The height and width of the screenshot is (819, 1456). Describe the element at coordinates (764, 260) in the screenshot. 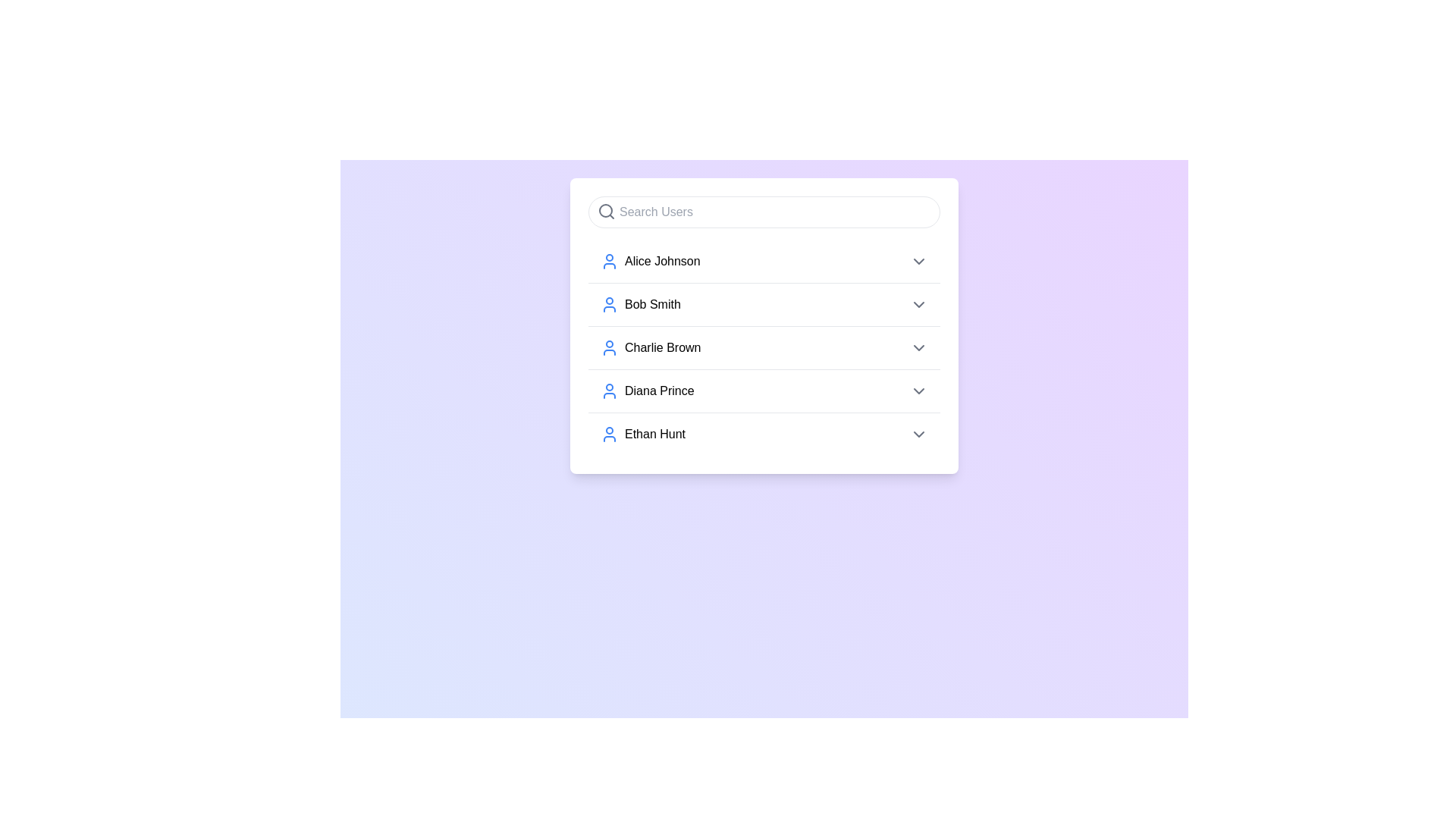

I see `the first item in the vertical list of user options in the dropdown menu` at that location.